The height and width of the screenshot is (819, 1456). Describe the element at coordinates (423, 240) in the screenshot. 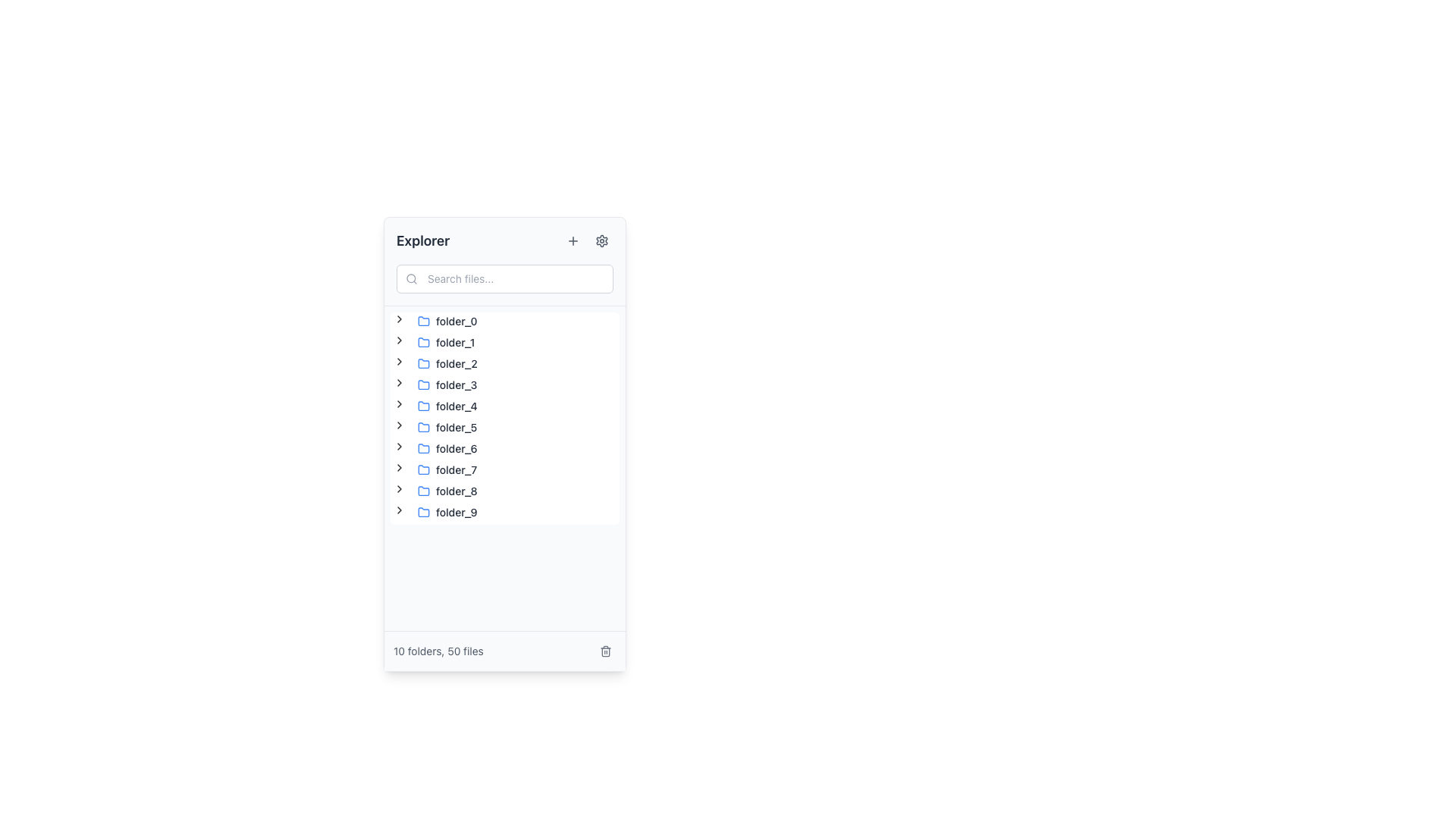

I see `the 'Explorer' text label, which is styled in bold, large font and displayed in dark gray, located at the top-left of the sidebar interface` at that location.